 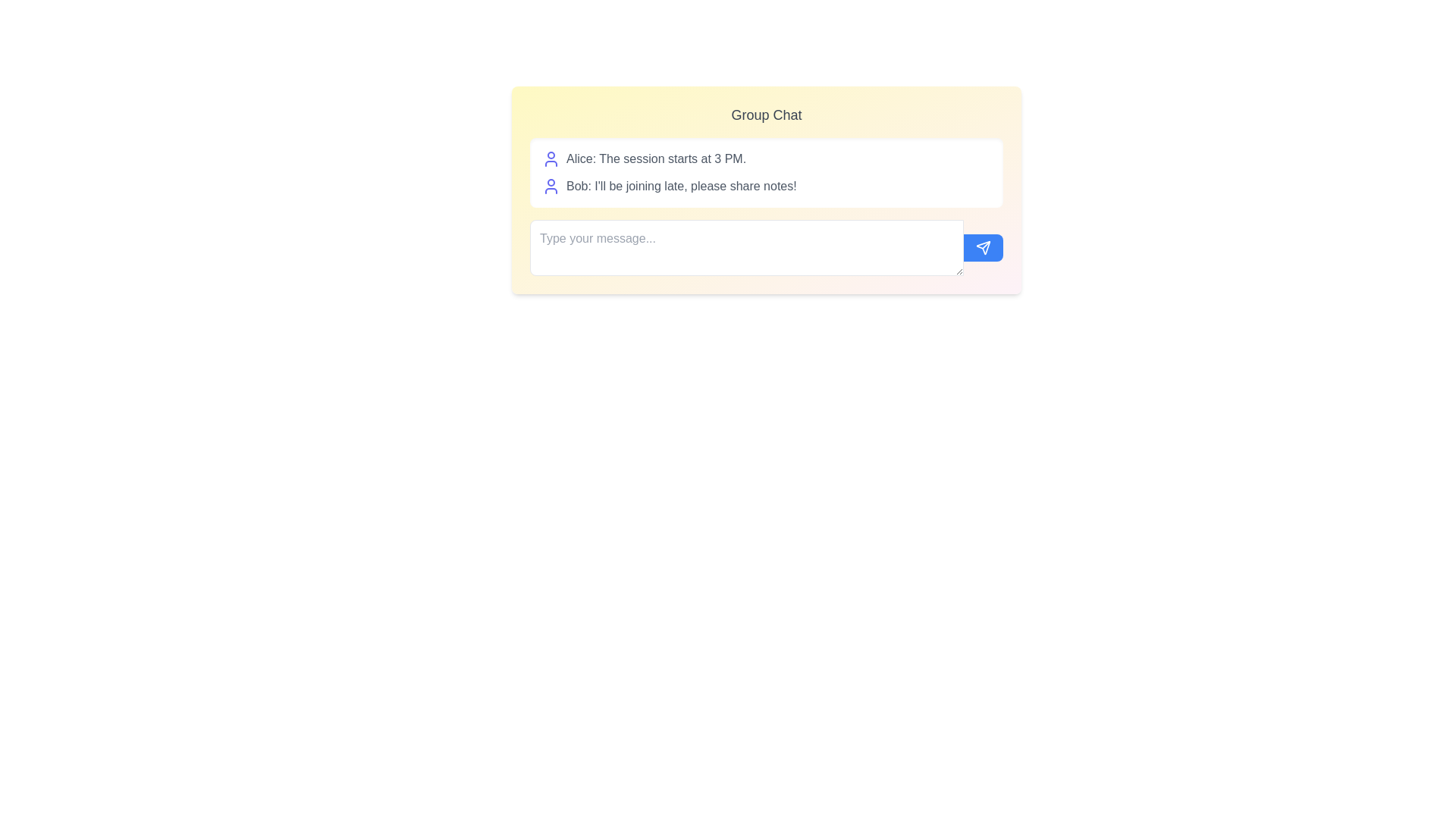 What do you see at coordinates (767, 186) in the screenshot?
I see `the chat message from user 'Bob' which reads 'I'll be joining late, please share notes!'` at bounding box center [767, 186].